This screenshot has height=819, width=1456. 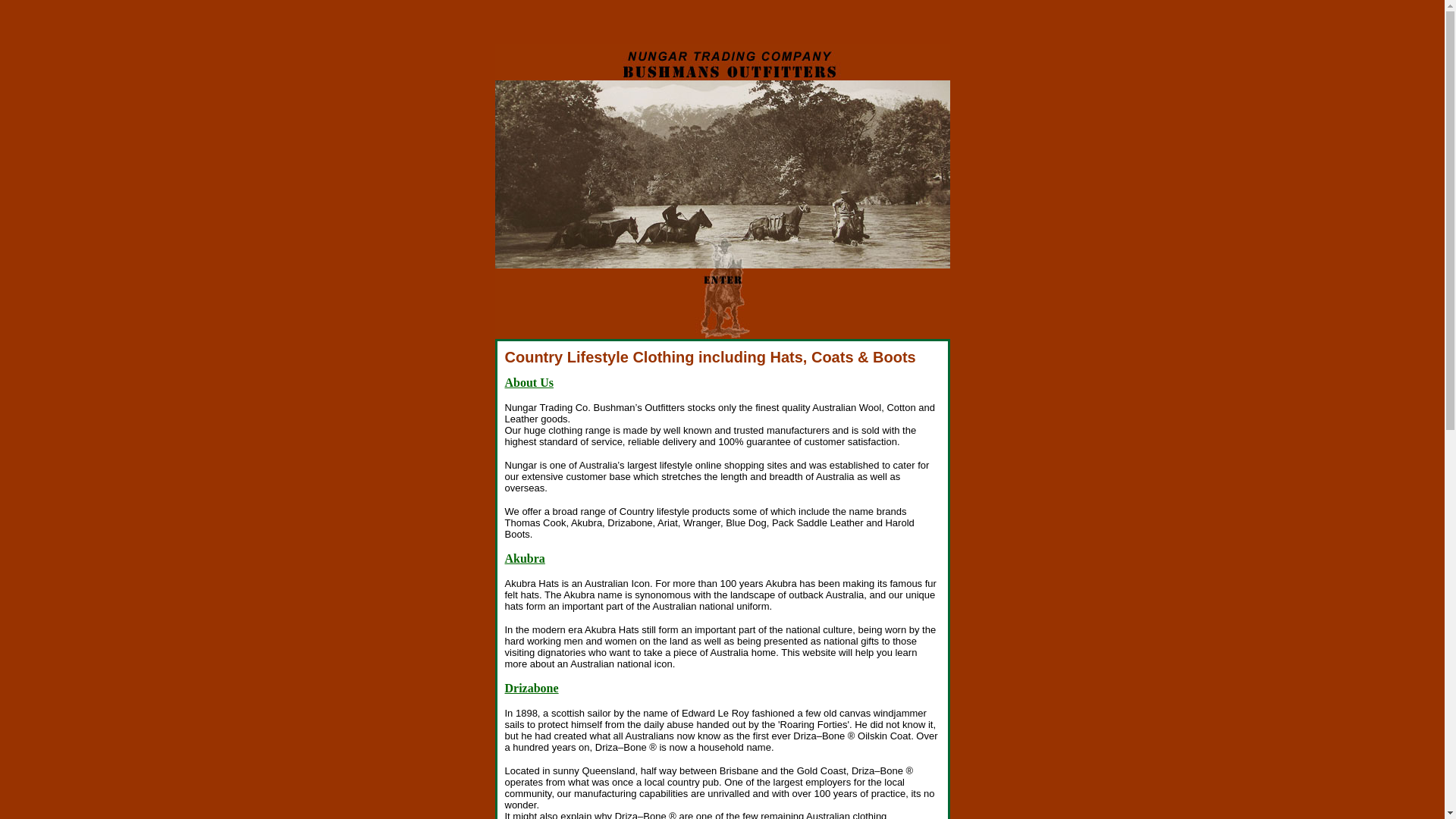 I want to click on 'Akubra', so click(x=525, y=558).